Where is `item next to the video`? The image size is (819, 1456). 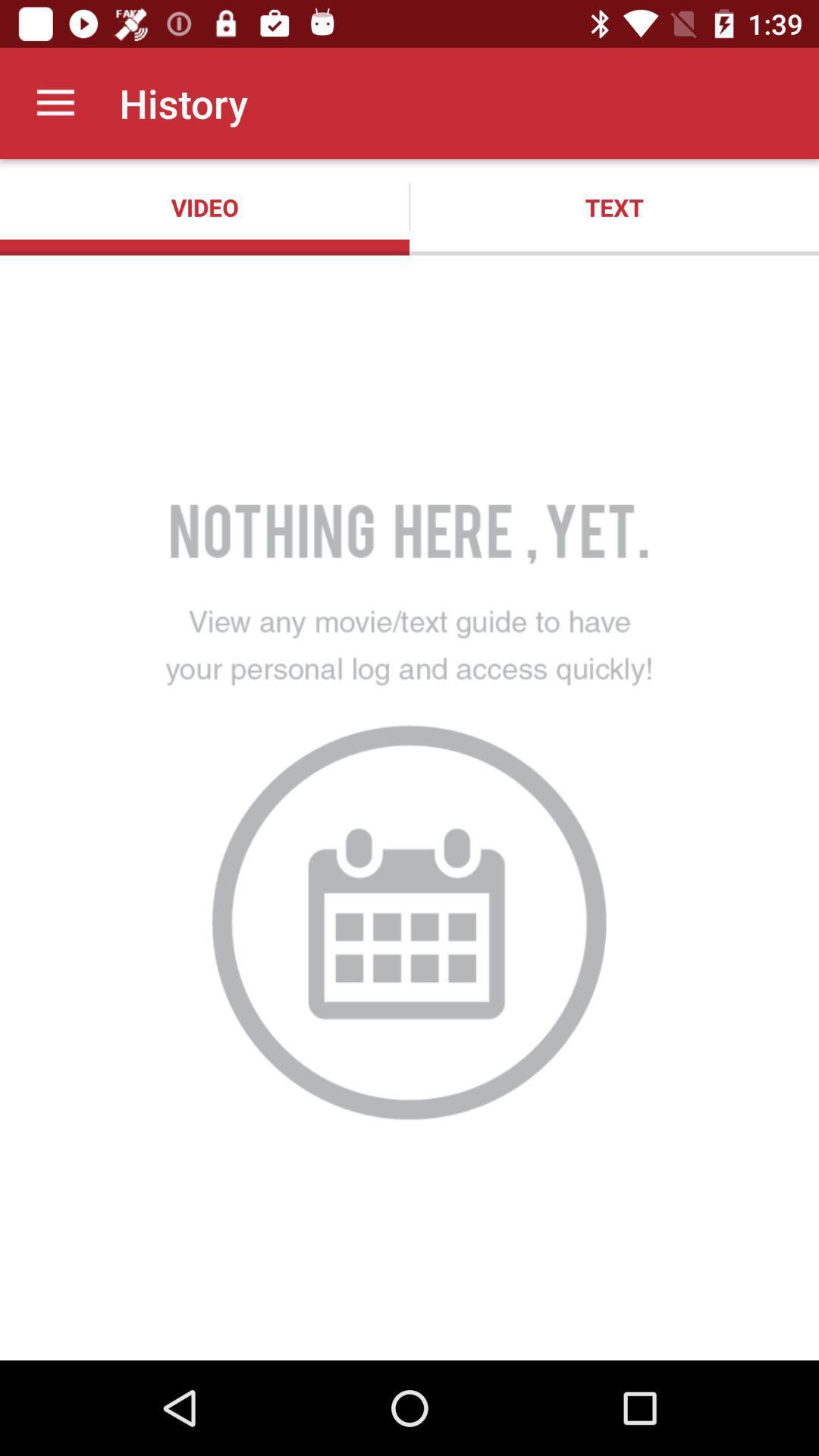
item next to the video is located at coordinates (614, 206).